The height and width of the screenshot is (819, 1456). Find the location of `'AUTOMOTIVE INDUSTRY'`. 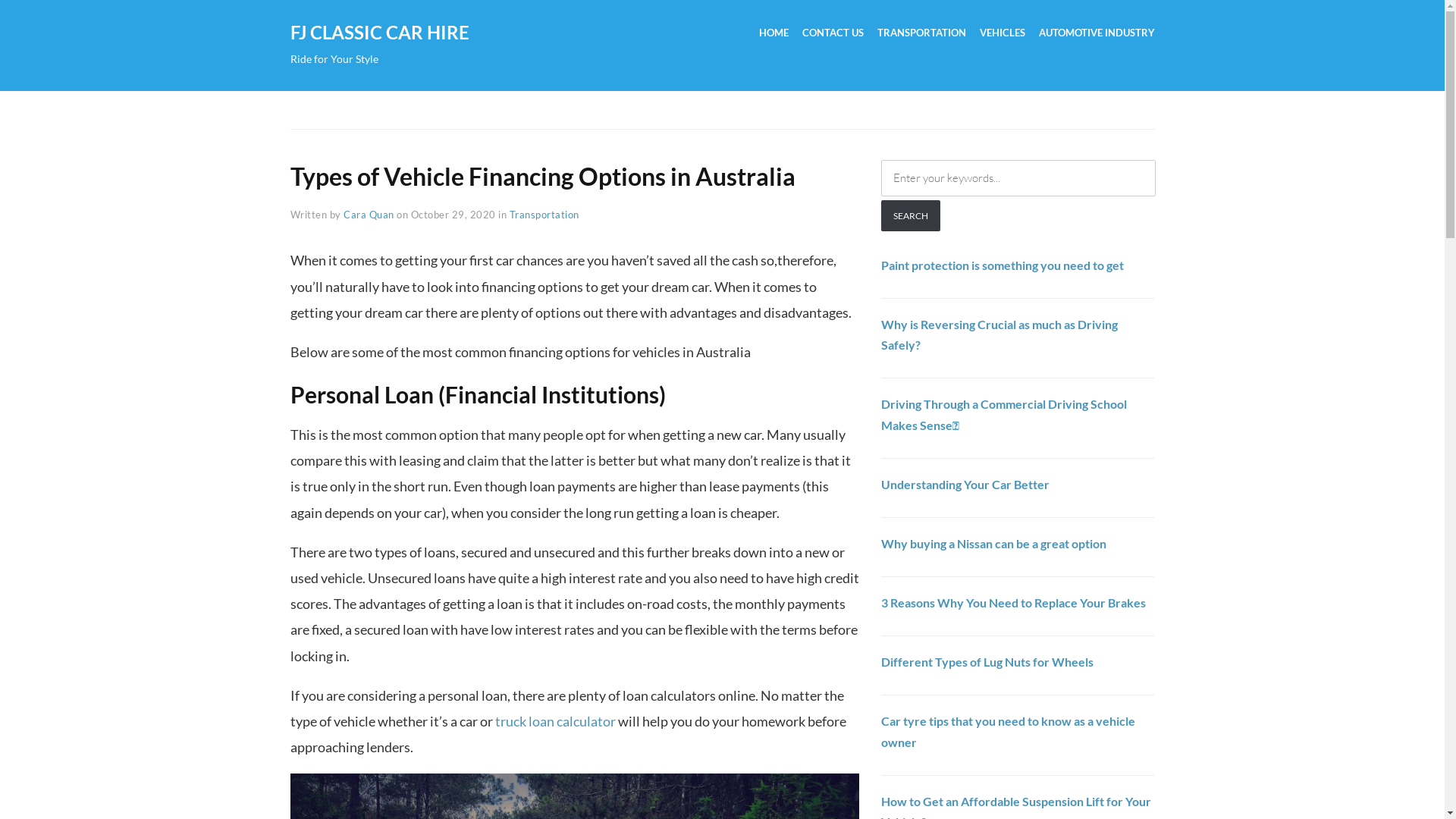

'AUTOMOTIVE INDUSTRY' is located at coordinates (1097, 33).